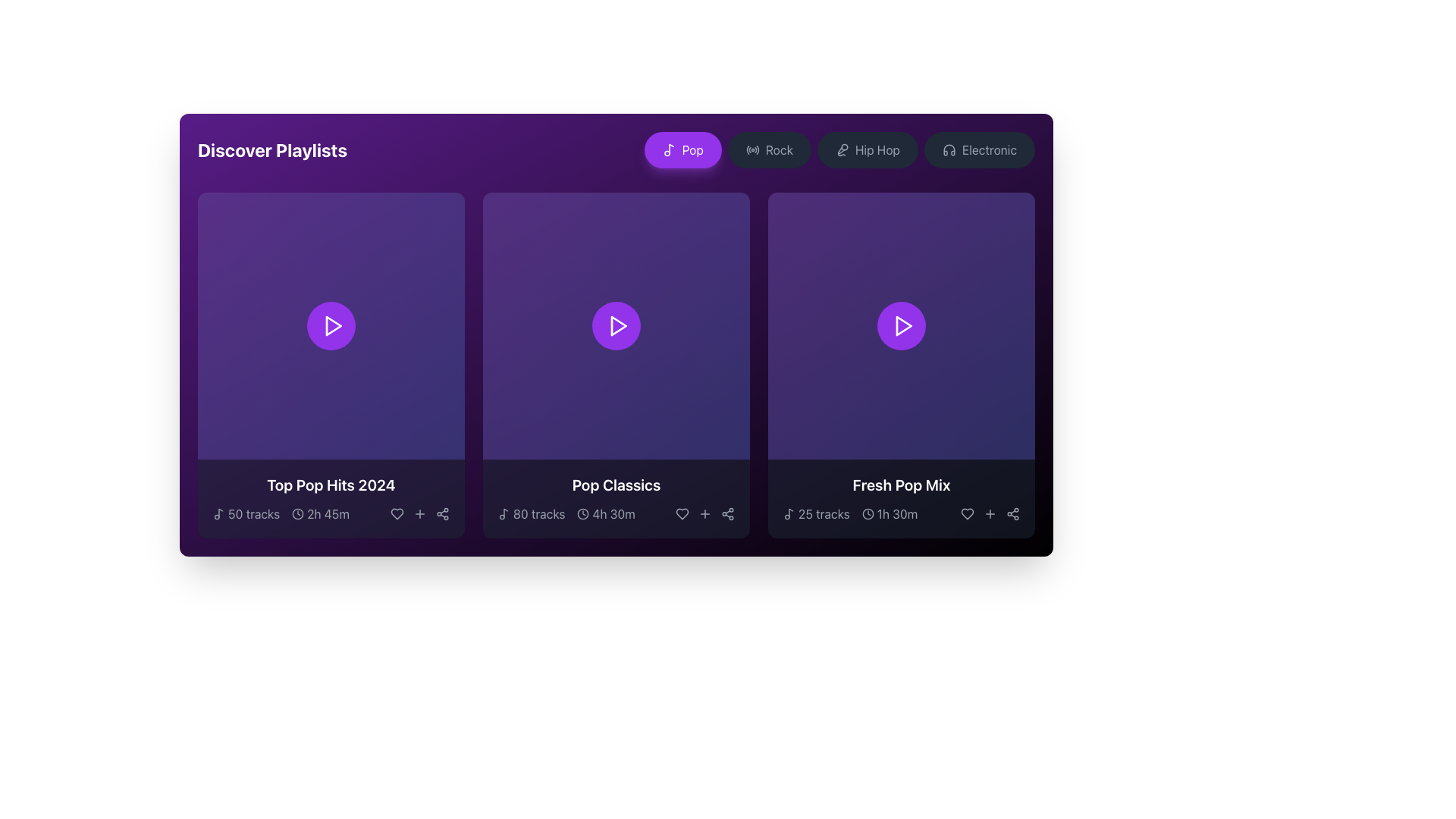 The width and height of the screenshot is (1456, 819). What do you see at coordinates (330, 513) in the screenshot?
I see `the informational display text containing icons for '50 tracks' and '2h 45m' located below the title 'Top Pop Hits 2024' in the bottom-left section of its card` at bounding box center [330, 513].